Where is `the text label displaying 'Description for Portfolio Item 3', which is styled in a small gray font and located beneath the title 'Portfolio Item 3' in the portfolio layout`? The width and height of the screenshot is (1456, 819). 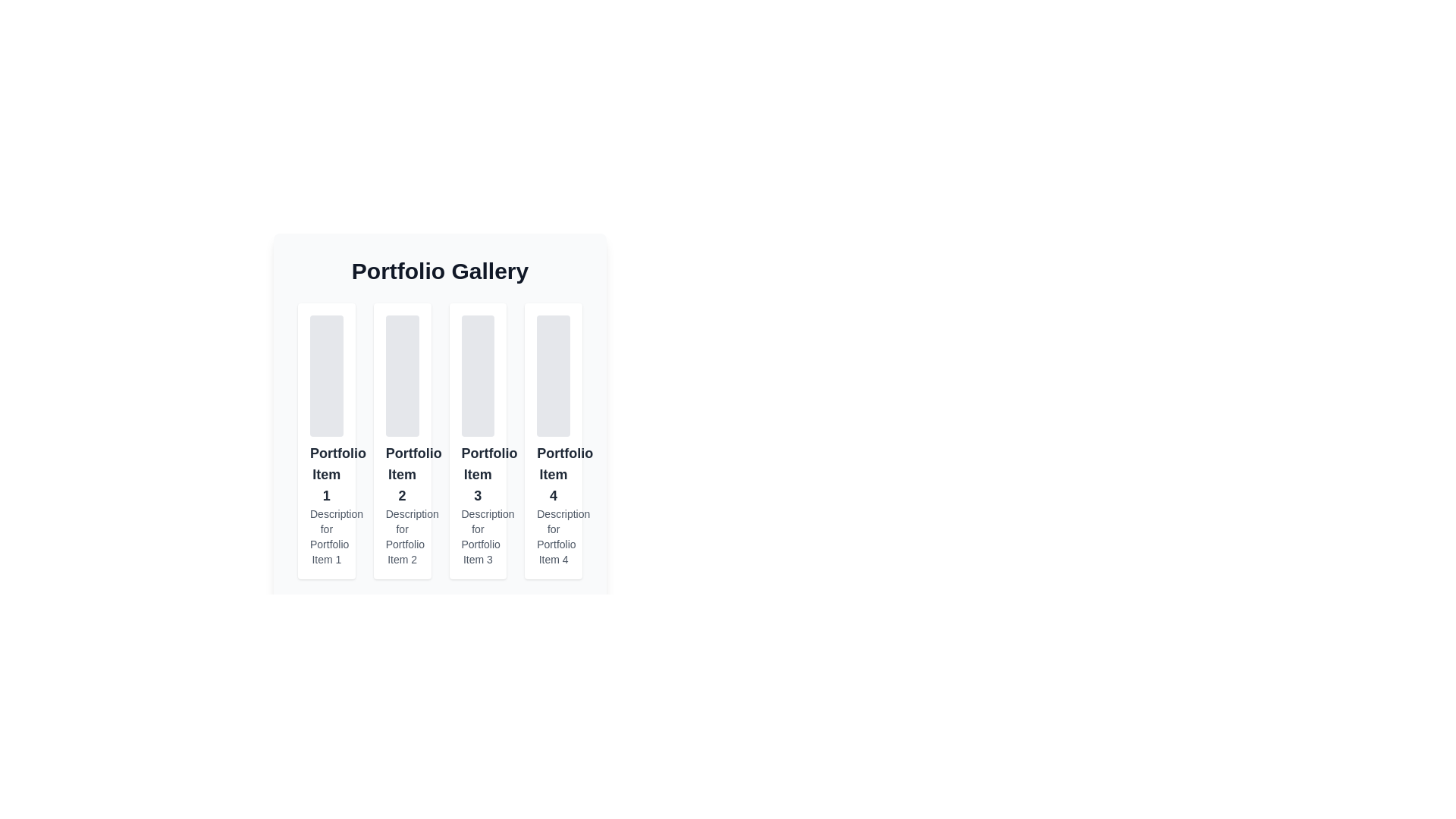 the text label displaying 'Description for Portfolio Item 3', which is styled in a small gray font and located beneath the title 'Portfolio Item 3' in the portfolio layout is located at coordinates (477, 536).